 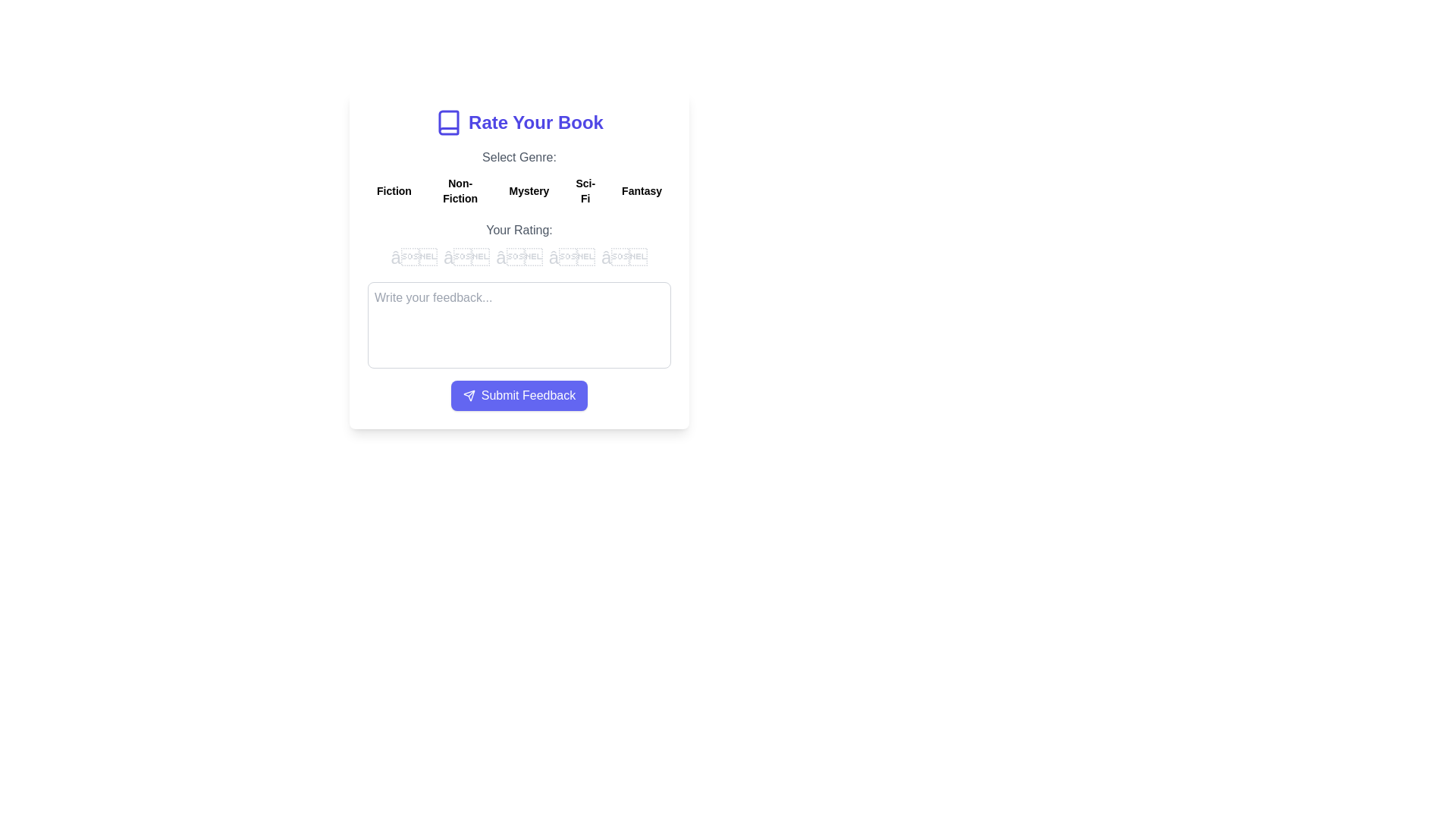 I want to click on the 'Mystery' genre button, which is the third button among five genre options located below the 'Select Genre' label, so click(x=529, y=190).